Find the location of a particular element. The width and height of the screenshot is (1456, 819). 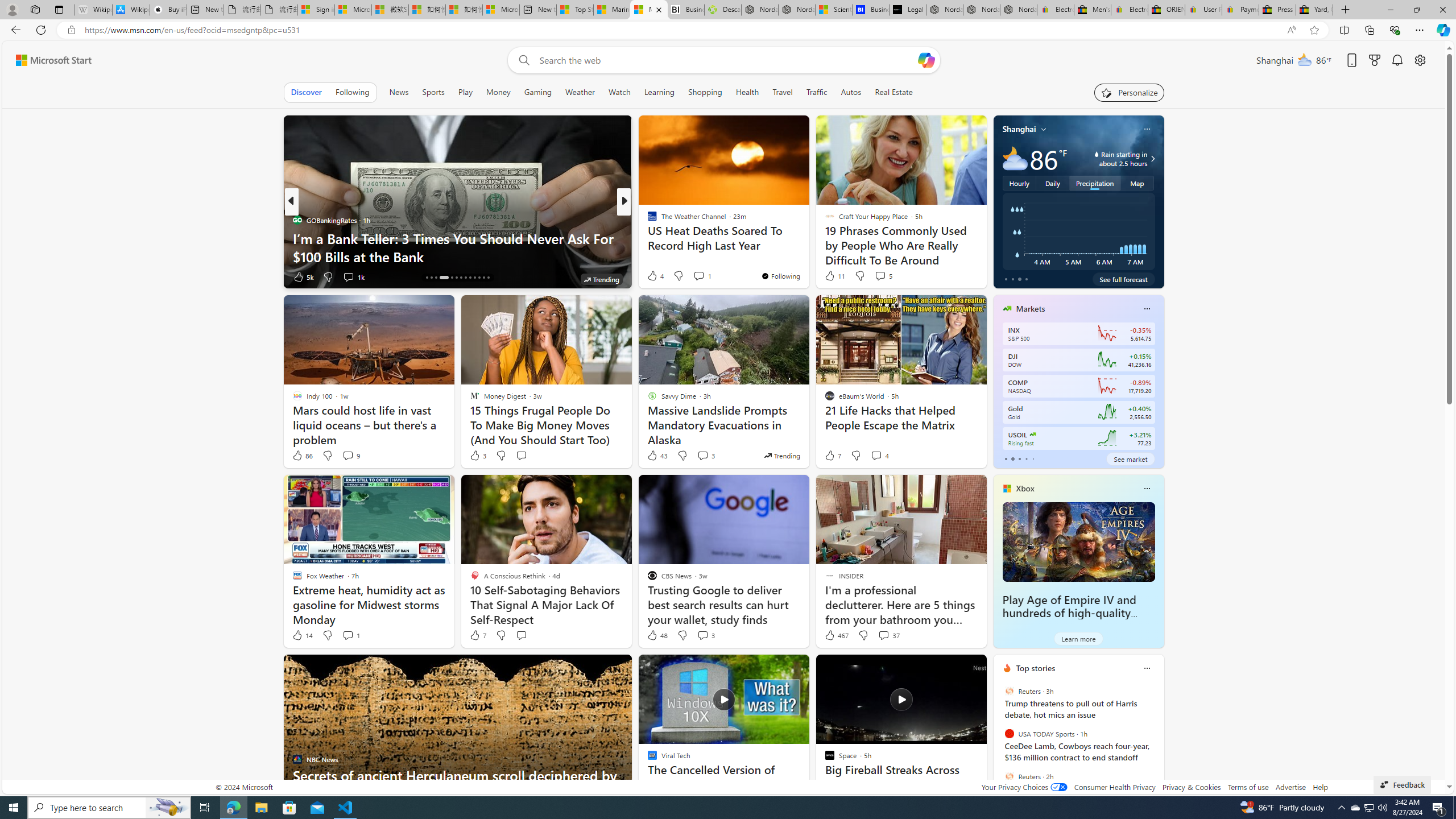

'Skip to content' is located at coordinates (49, 59).